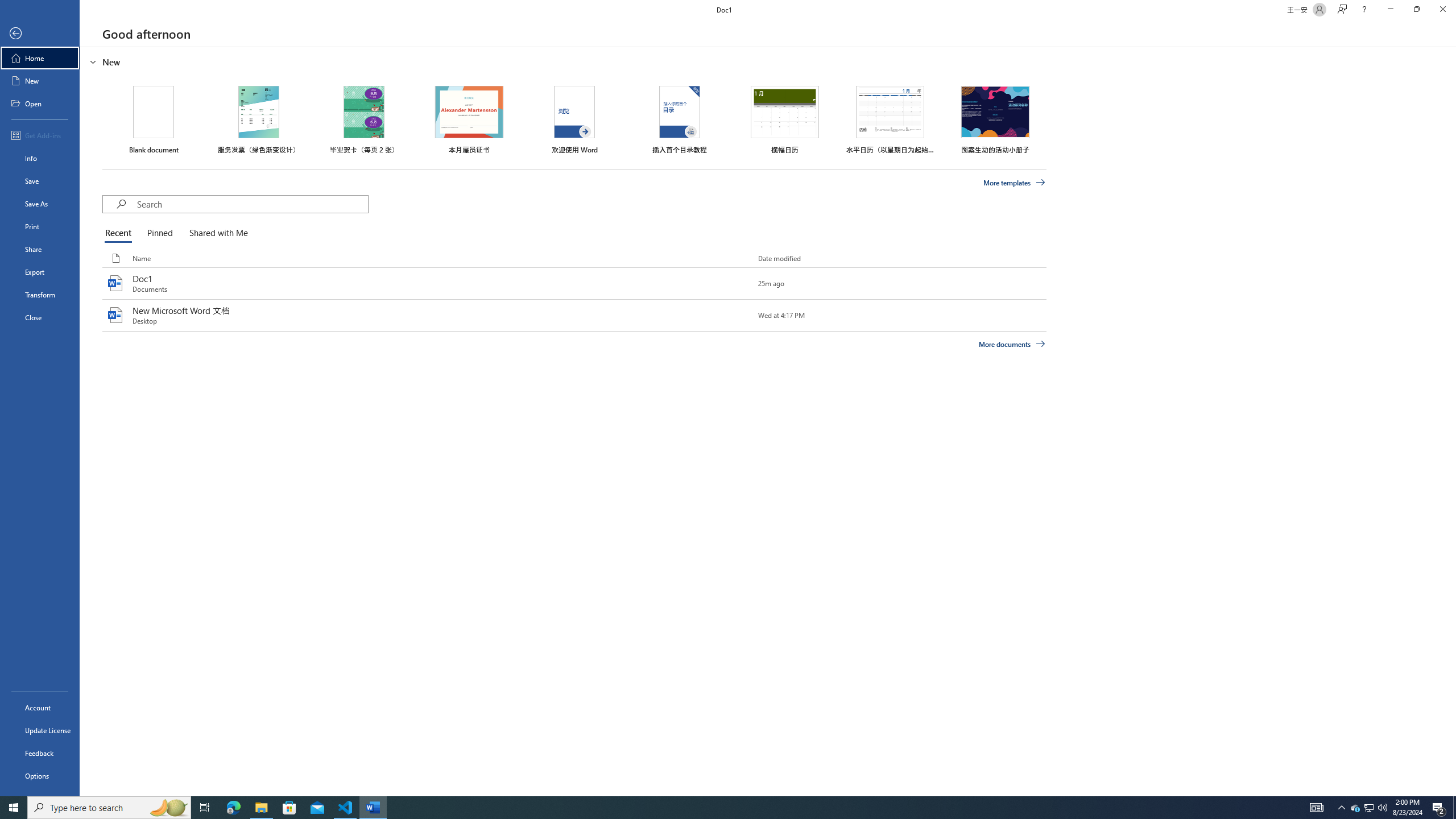  Describe the element at coordinates (39, 180) in the screenshot. I see `'Save'` at that location.